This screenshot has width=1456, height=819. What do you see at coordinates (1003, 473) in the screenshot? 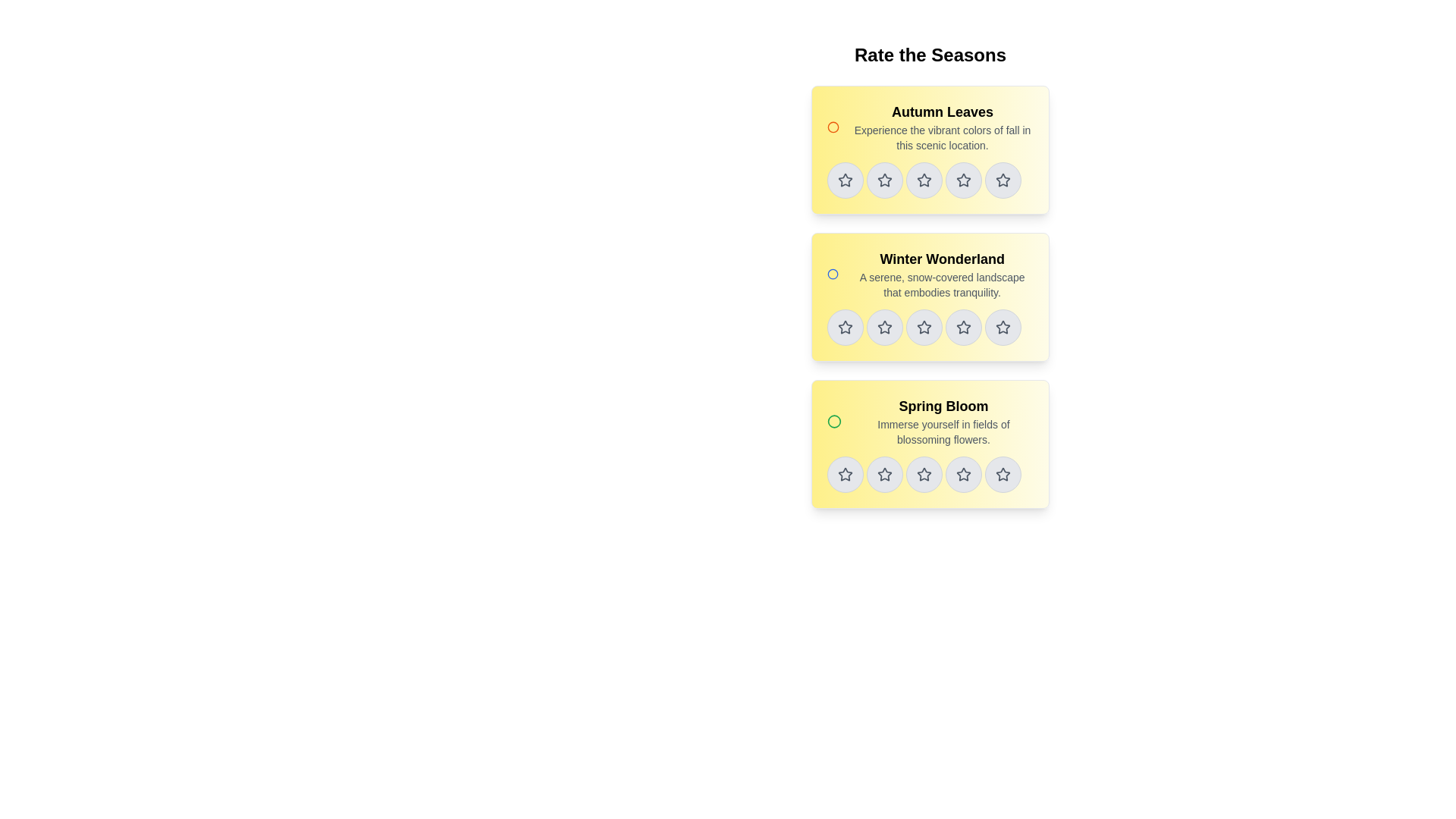
I see `the star-shaped icon within the fifth position of the horizontal row of stars in the 'Spring Bloom' rating section` at bounding box center [1003, 473].